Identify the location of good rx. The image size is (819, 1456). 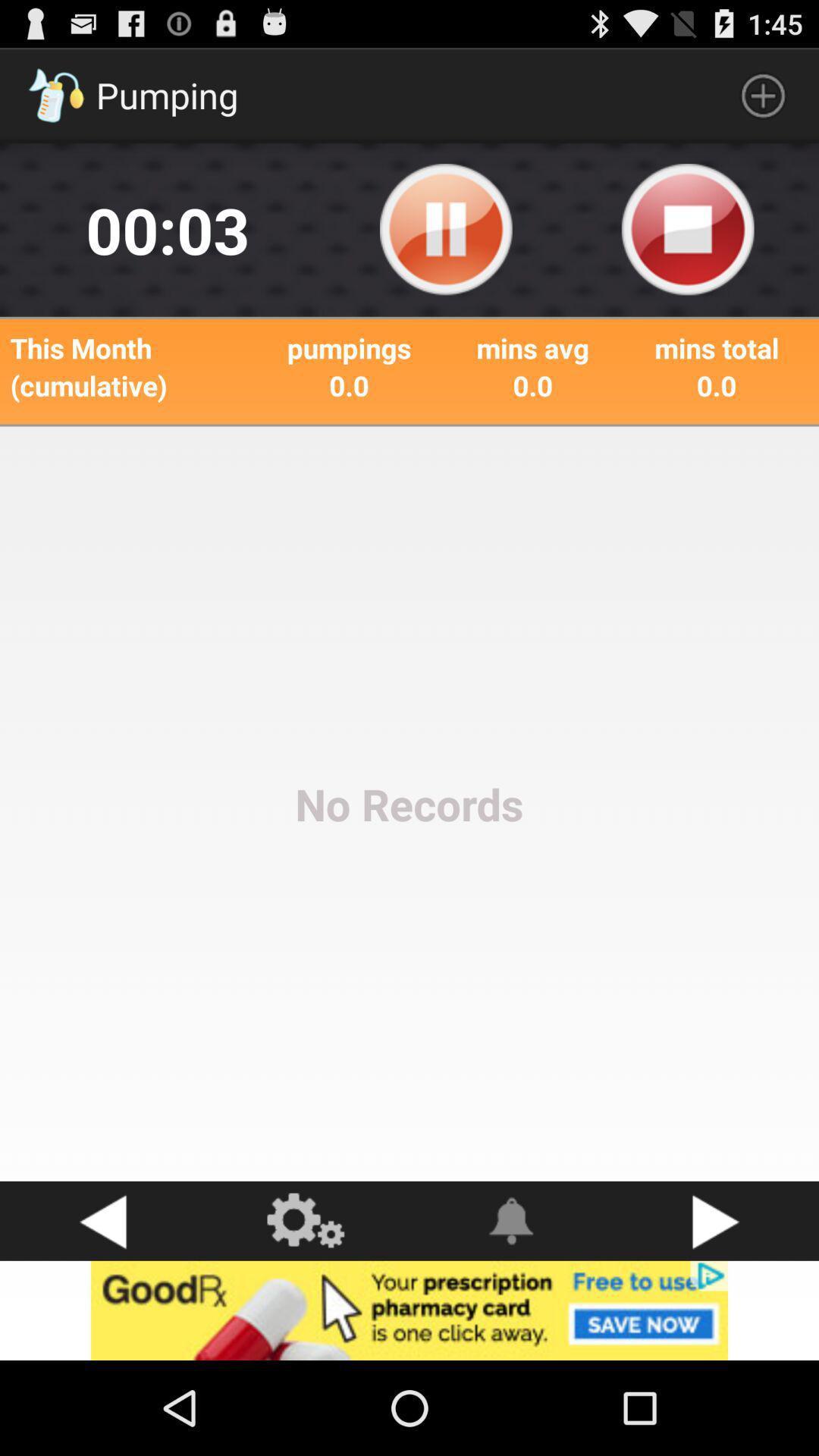
(409, 1310).